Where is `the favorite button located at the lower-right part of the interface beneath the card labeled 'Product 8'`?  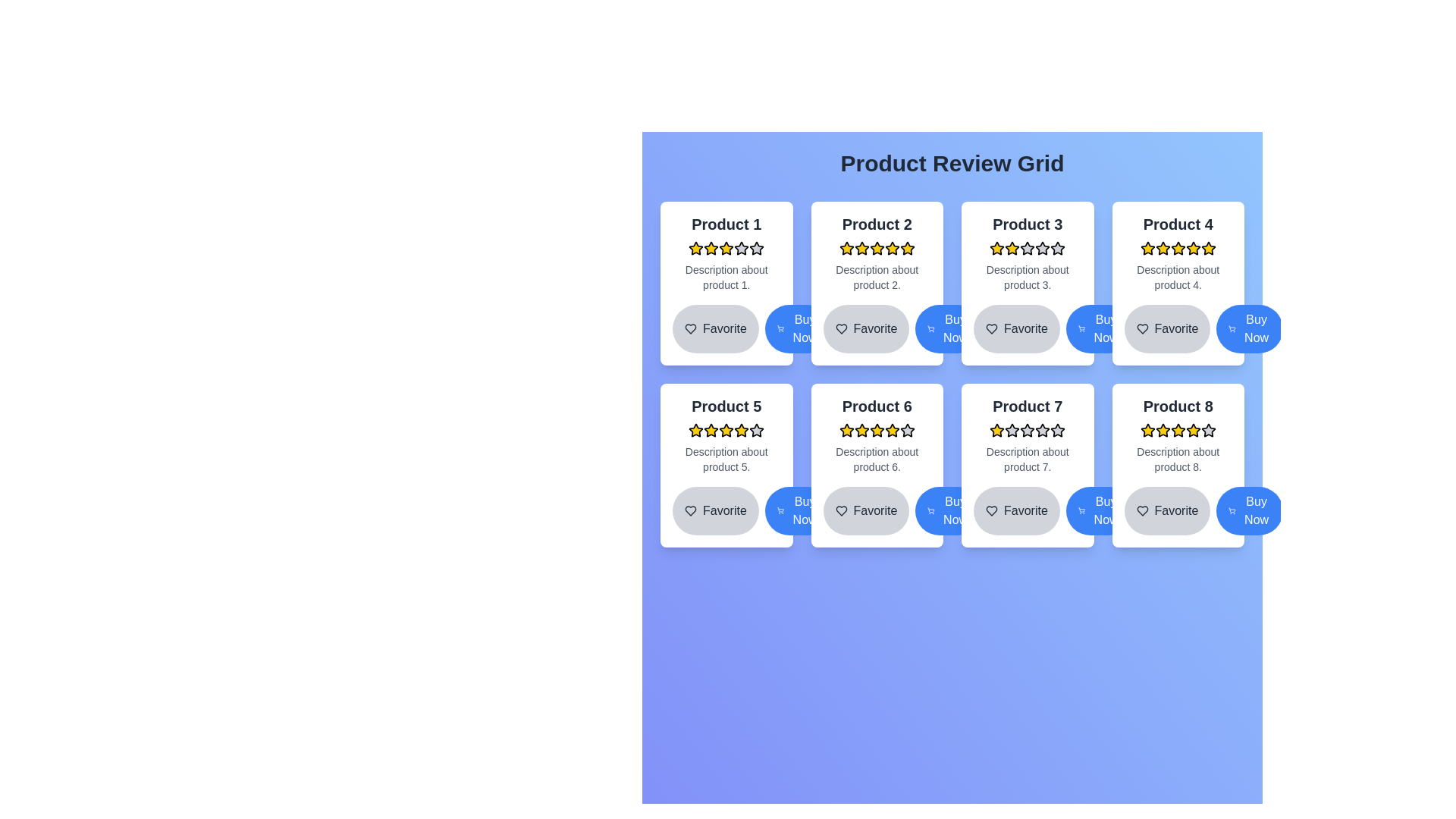 the favorite button located at the lower-right part of the interface beneath the card labeled 'Product 8' is located at coordinates (1166, 511).